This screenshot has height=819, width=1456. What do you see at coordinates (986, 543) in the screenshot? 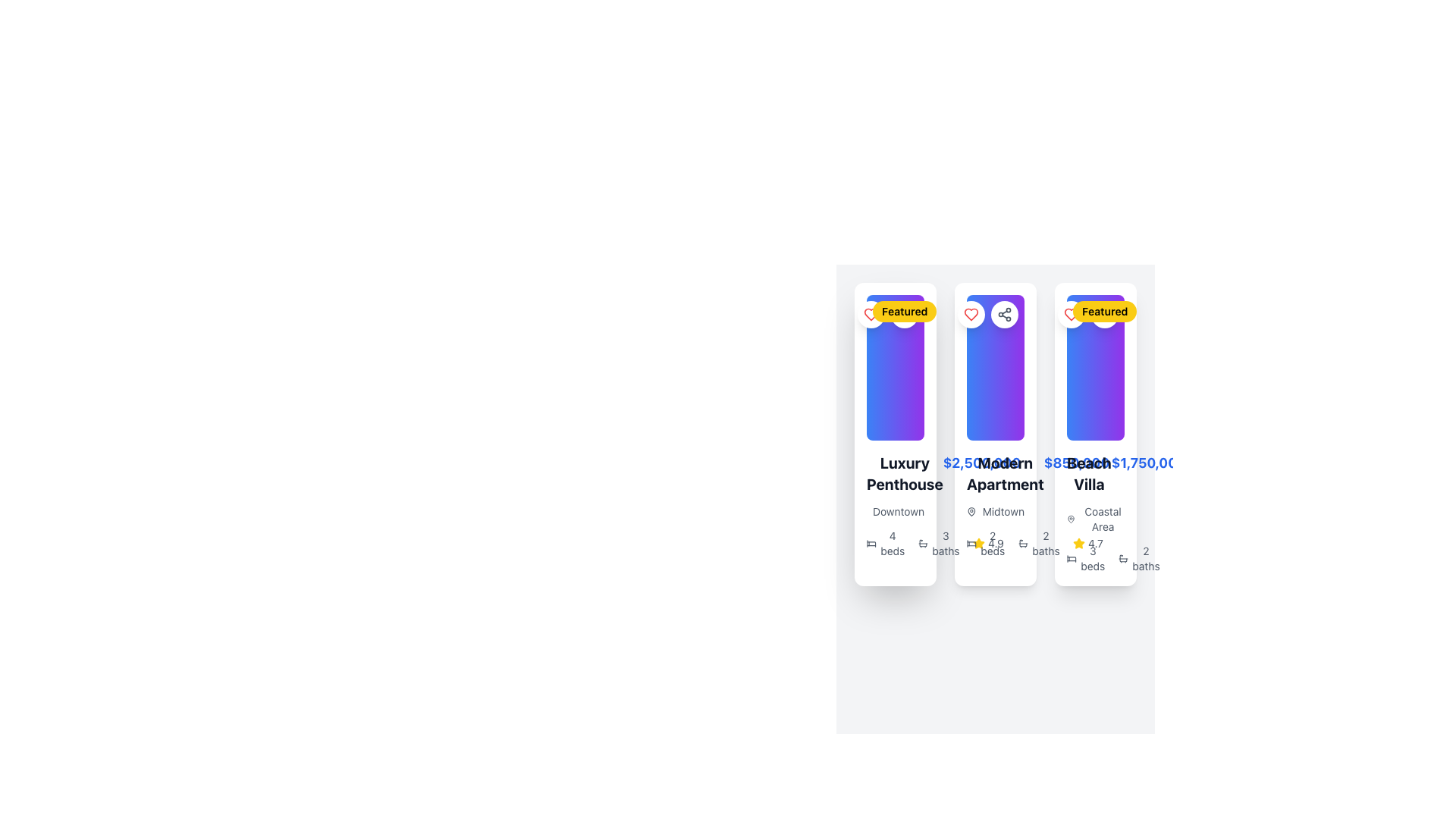
I see `the text label displaying the number of bedrooms` at bounding box center [986, 543].